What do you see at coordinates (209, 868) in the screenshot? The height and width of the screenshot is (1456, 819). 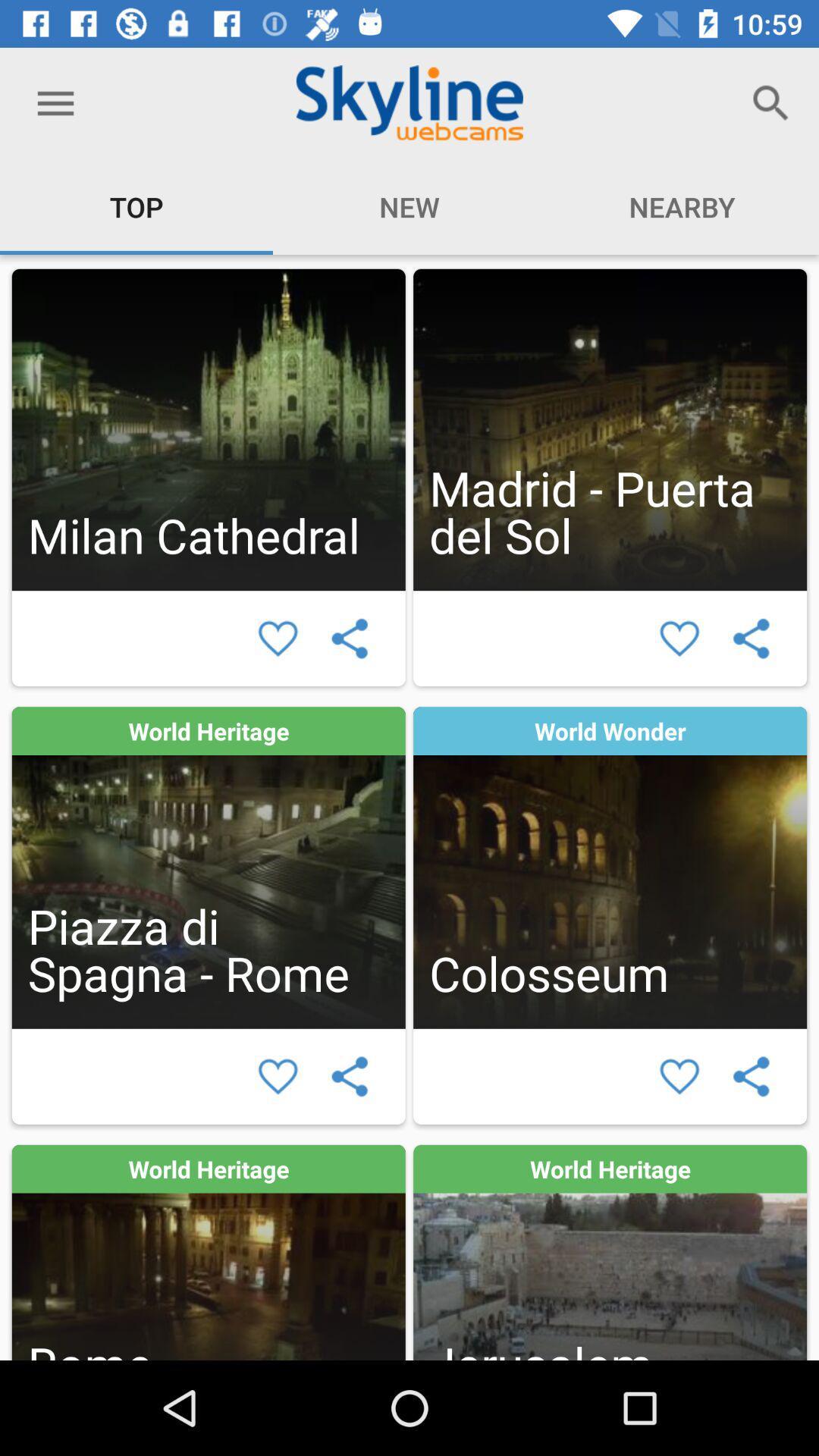 I see `the webcam` at bounding box center [209, 868].